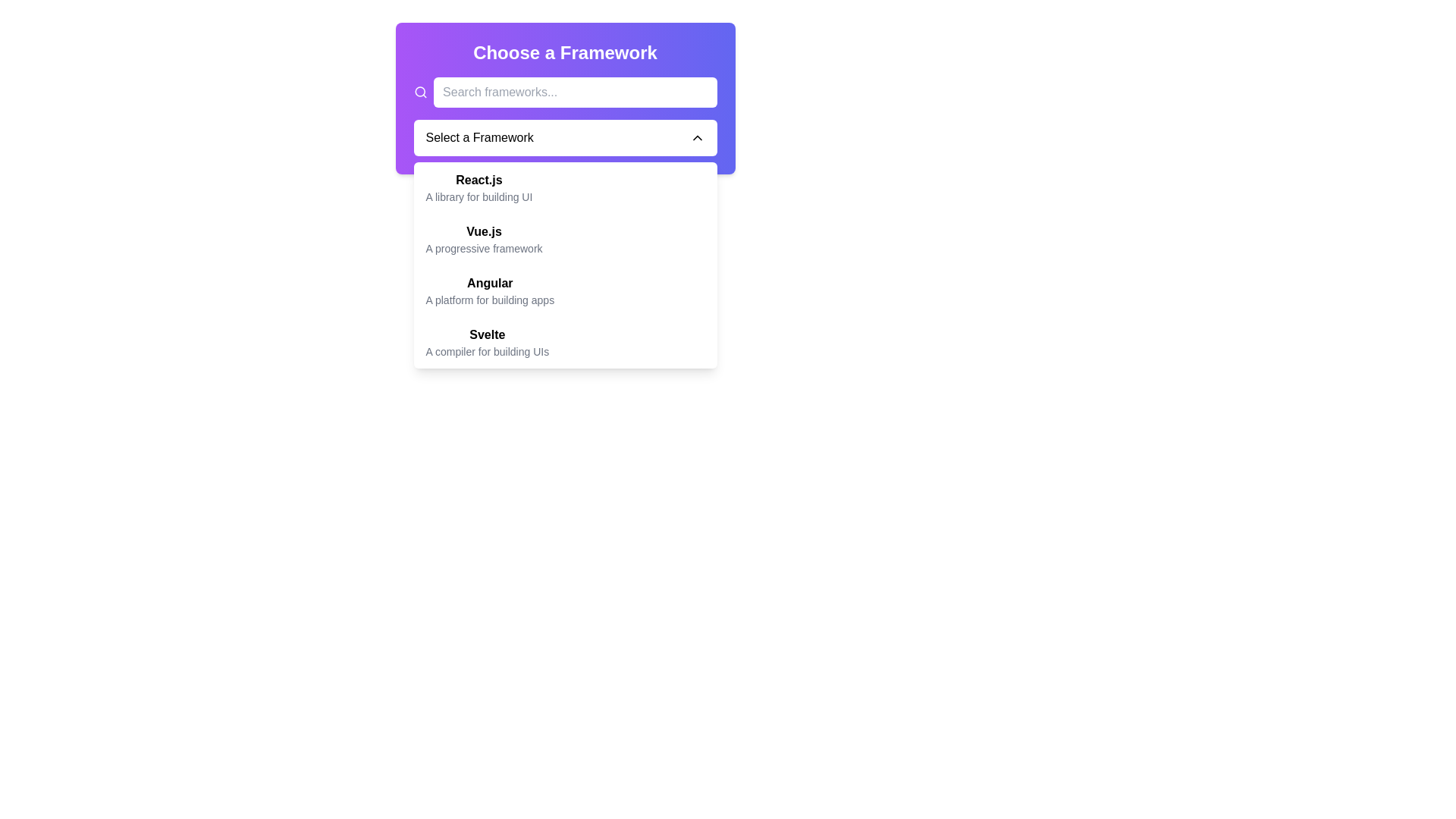 The width and height of the screenshot is (1456, 819). I want to click on the dropdown menu option, so click(564, 265).